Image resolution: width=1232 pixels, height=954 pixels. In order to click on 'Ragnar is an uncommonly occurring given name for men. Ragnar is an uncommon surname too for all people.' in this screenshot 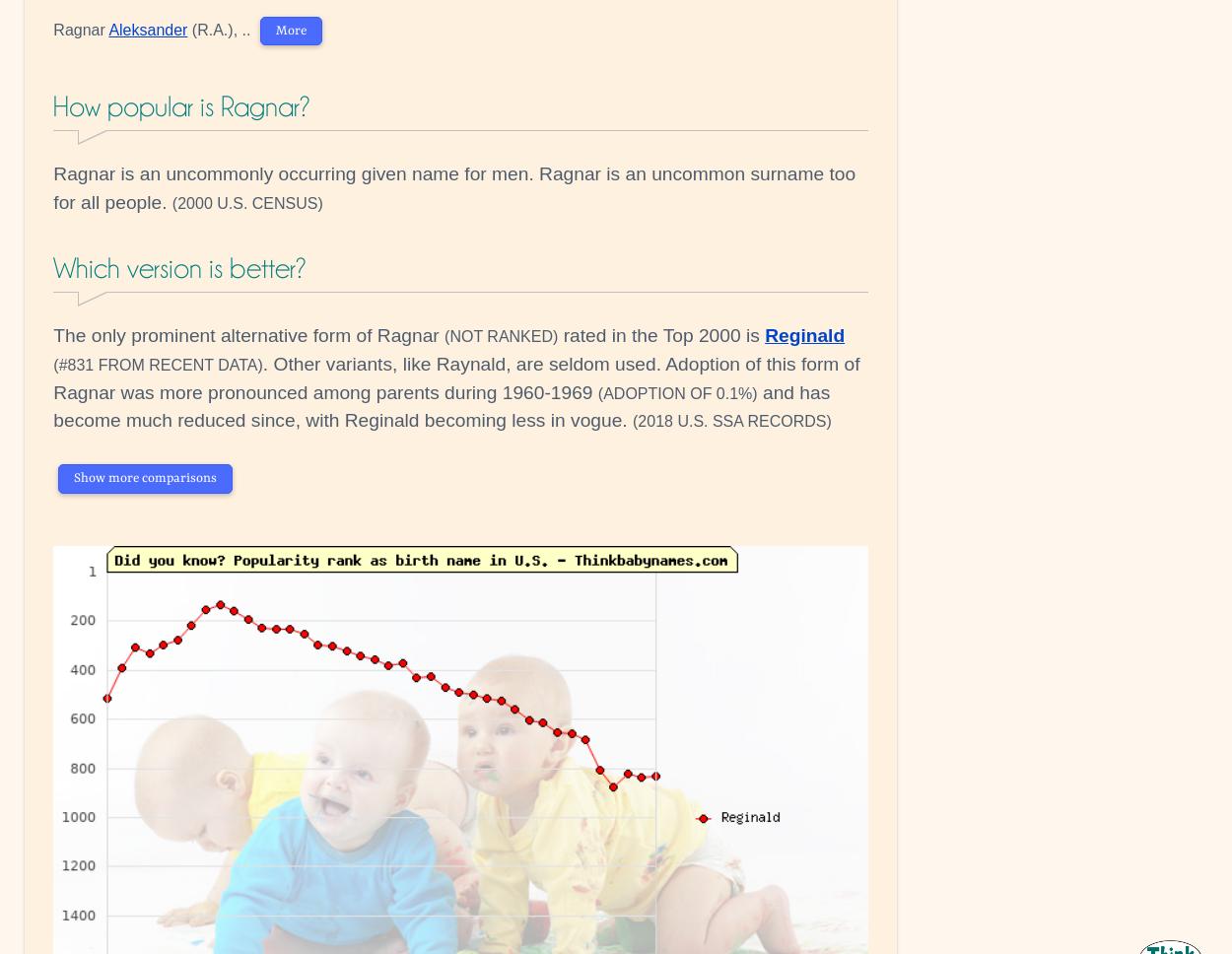, I will do `click(453, 187)`.